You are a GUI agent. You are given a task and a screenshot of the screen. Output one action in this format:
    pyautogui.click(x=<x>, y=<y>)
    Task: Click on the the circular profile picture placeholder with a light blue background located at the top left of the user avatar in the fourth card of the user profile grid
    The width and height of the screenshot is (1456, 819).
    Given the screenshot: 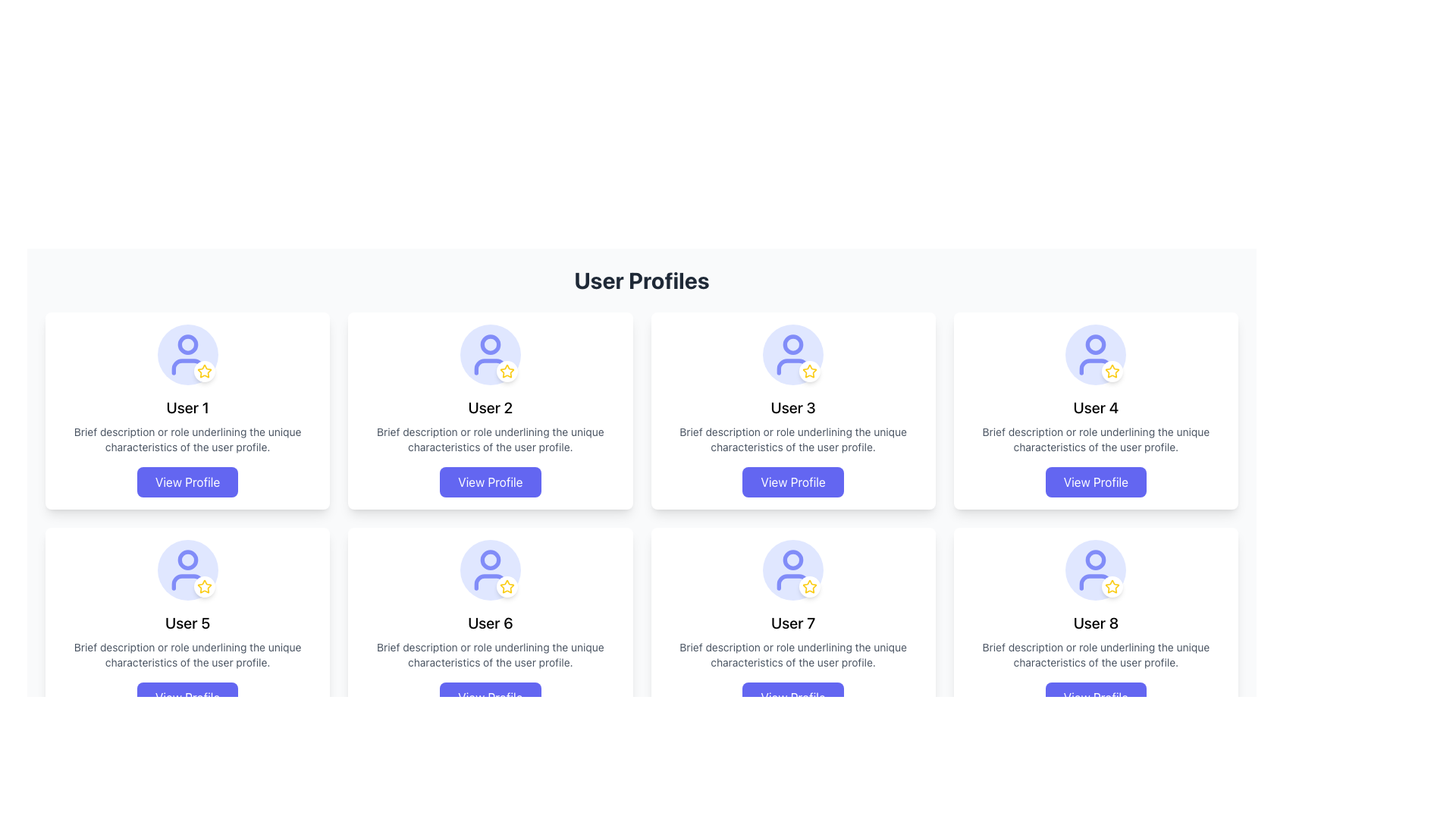 What is the action you would take?
    pyautogui.click(x=1096, y=344)
    